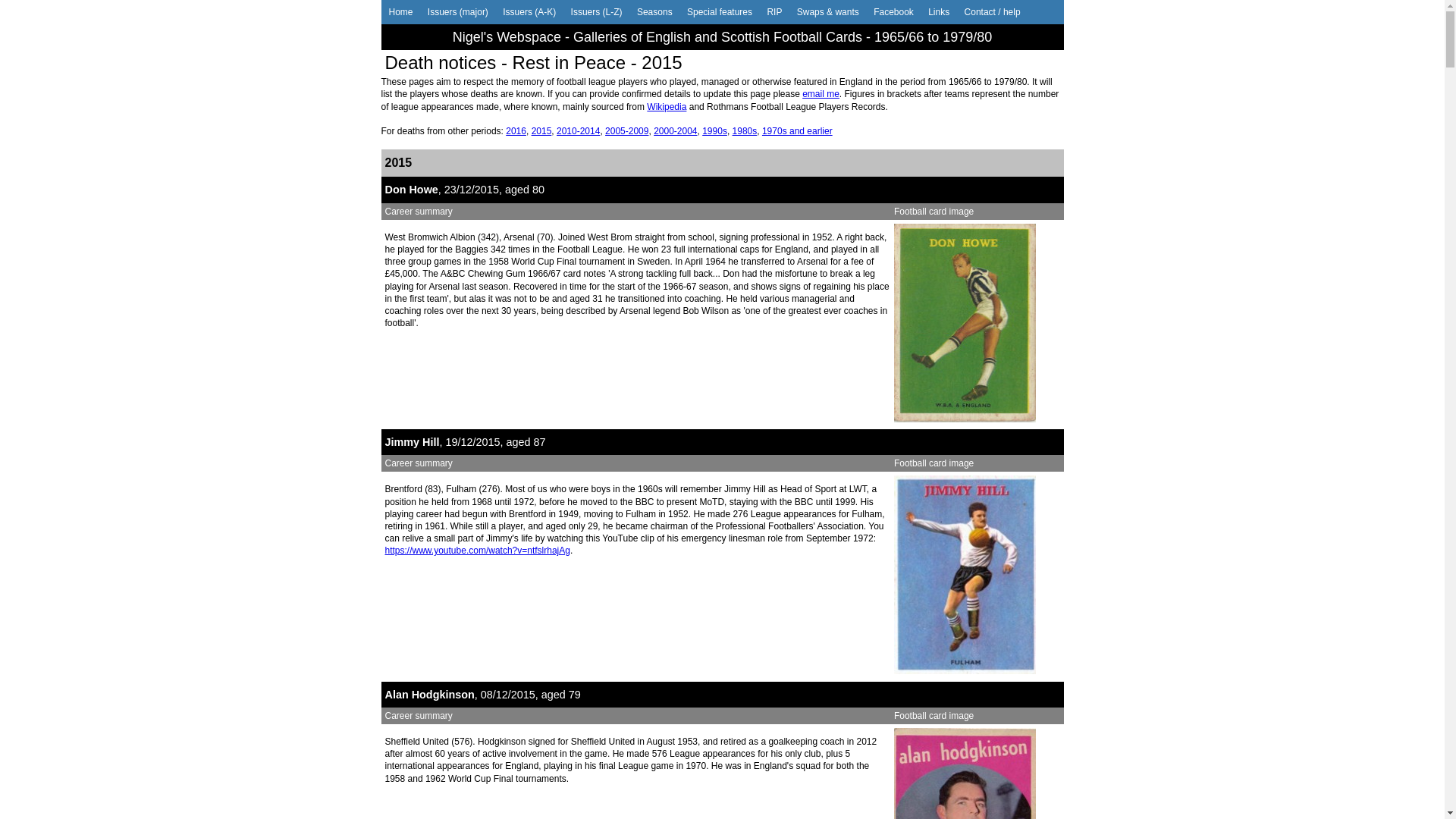 This screenshot has height=819, width=1456. What do you see at coordinates (745, 130) in the screenshot?
I see `'1980s'` at bounding box center [745, 130].